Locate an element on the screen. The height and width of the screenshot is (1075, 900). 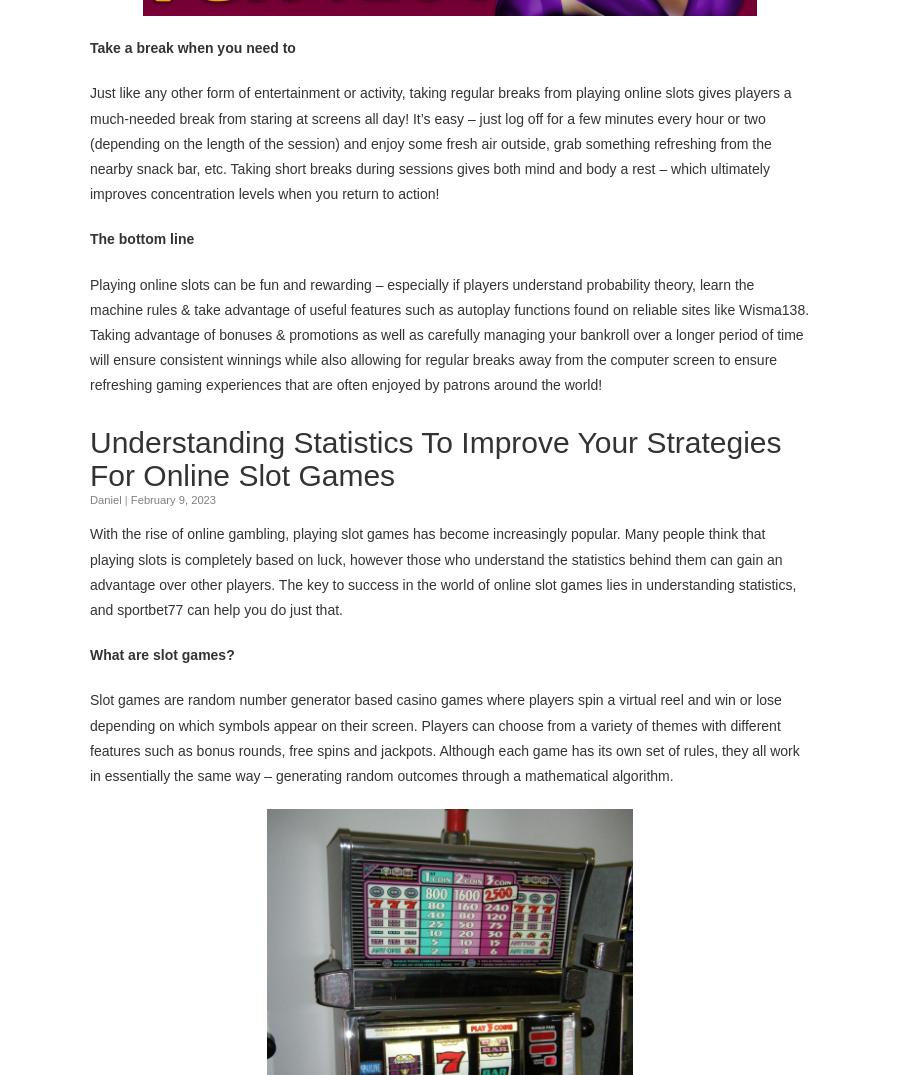
'Slot games are random number generator based casino games where players spin a virtual reel and win or lose depending on which symbols appear on their screen. Players can choose from a variety of themes with different features such as bonus rounds, free spins and jackpots. Although each game has its own set of rules, they all work in essentially the same way – generating random outcomes through a mathematical algorithm.' is located at coordinates (89, 736).